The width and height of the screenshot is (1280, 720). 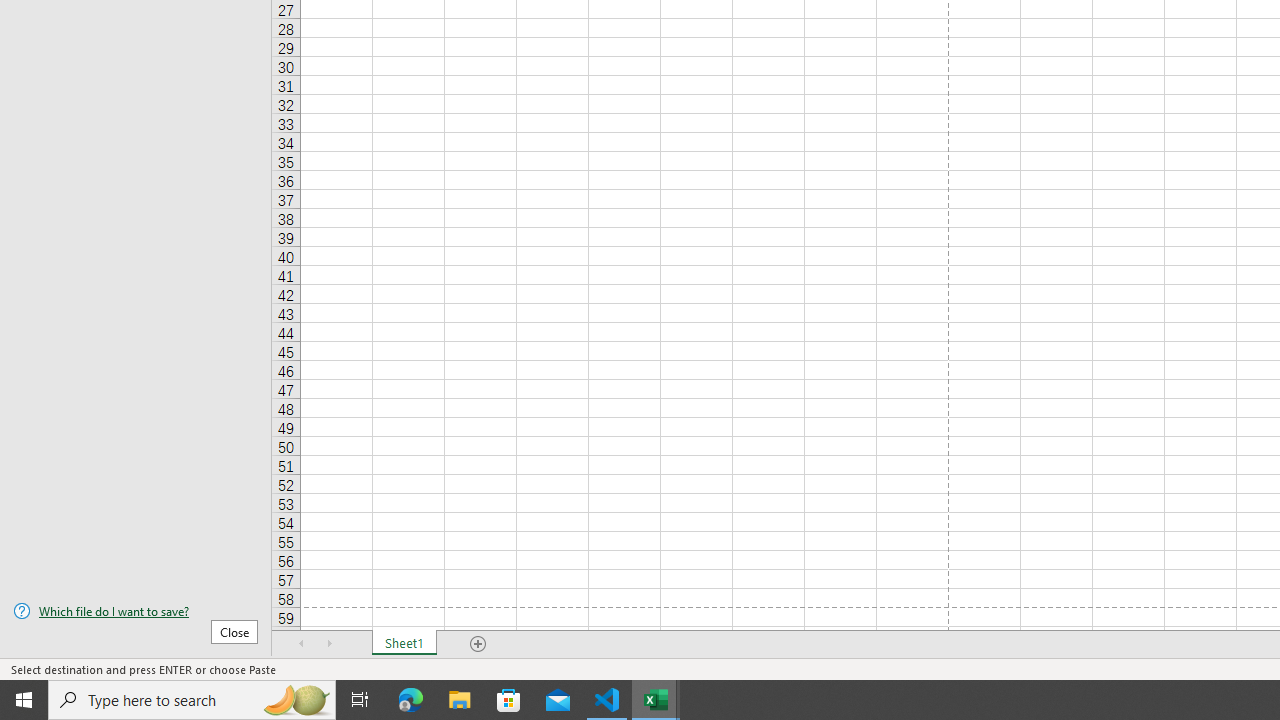 I want to click on 'Microsoft Edge', so click(x=410, y=698).